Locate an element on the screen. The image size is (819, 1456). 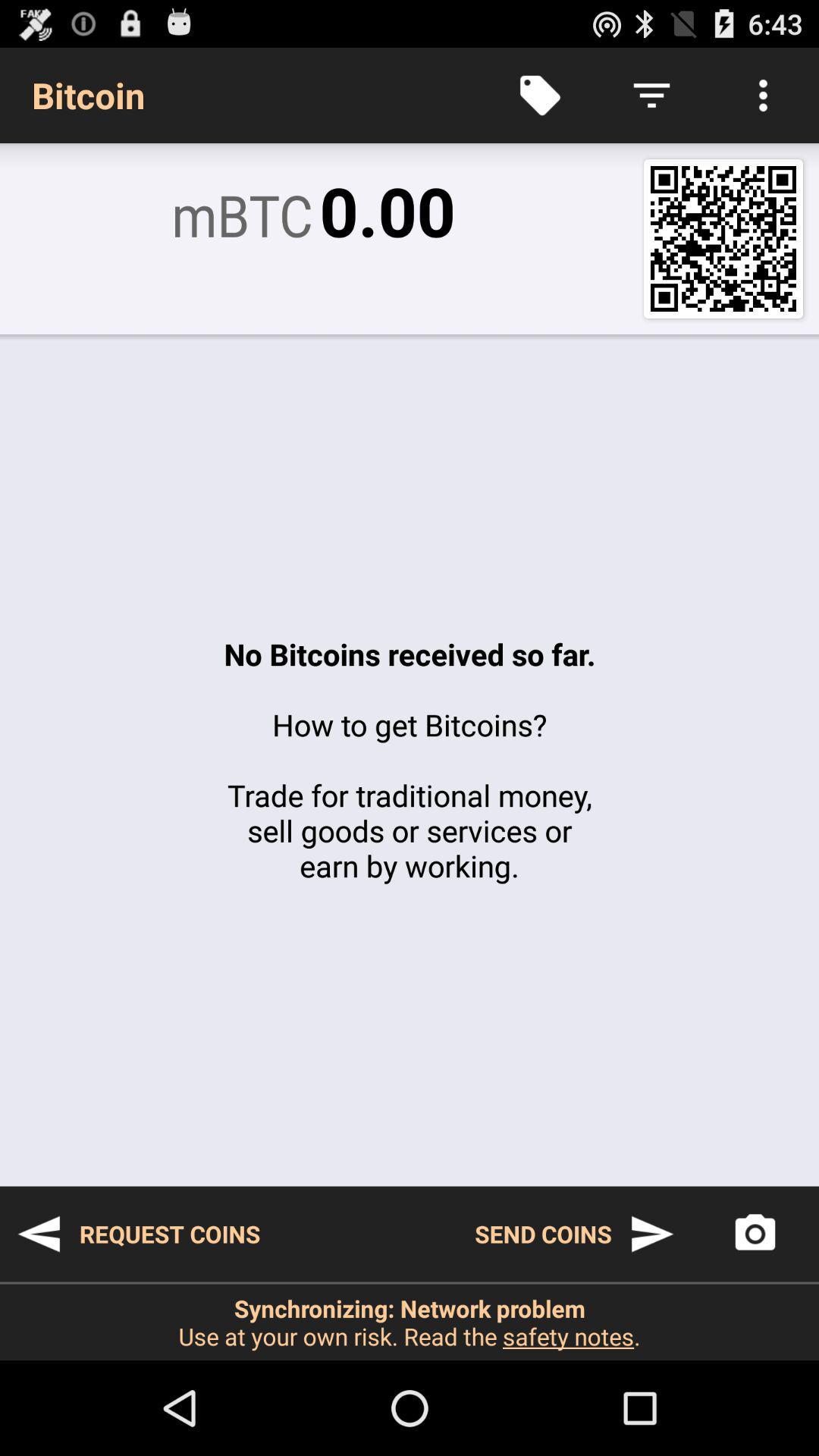
the photo icon is located at coordinates (755, 1319).